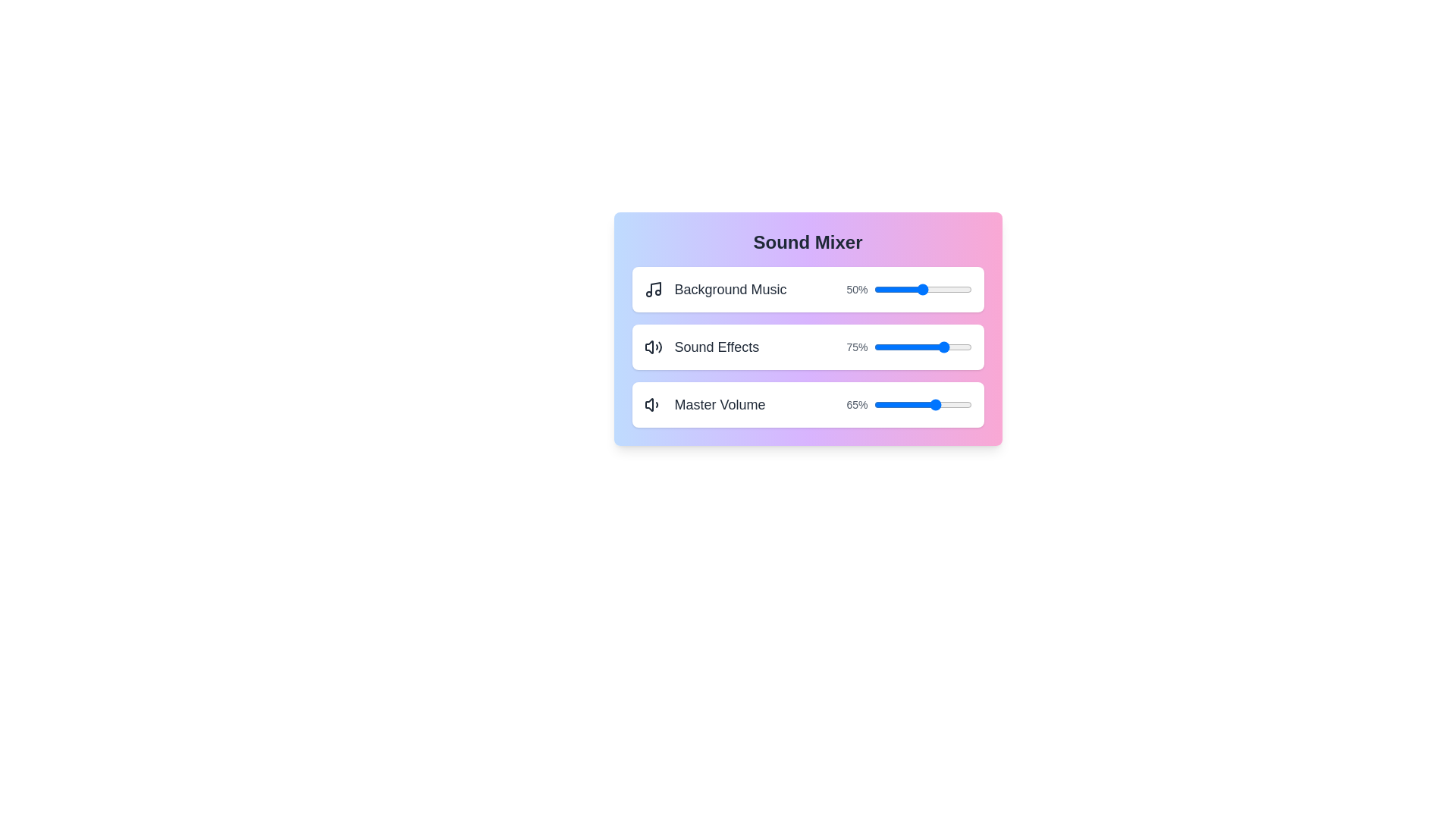 This screenshot has height=819, width=1456. Describe the element at coordinates (653, 347) in the screenshot. I see `the sound control icon for Sound Effects` at that location.